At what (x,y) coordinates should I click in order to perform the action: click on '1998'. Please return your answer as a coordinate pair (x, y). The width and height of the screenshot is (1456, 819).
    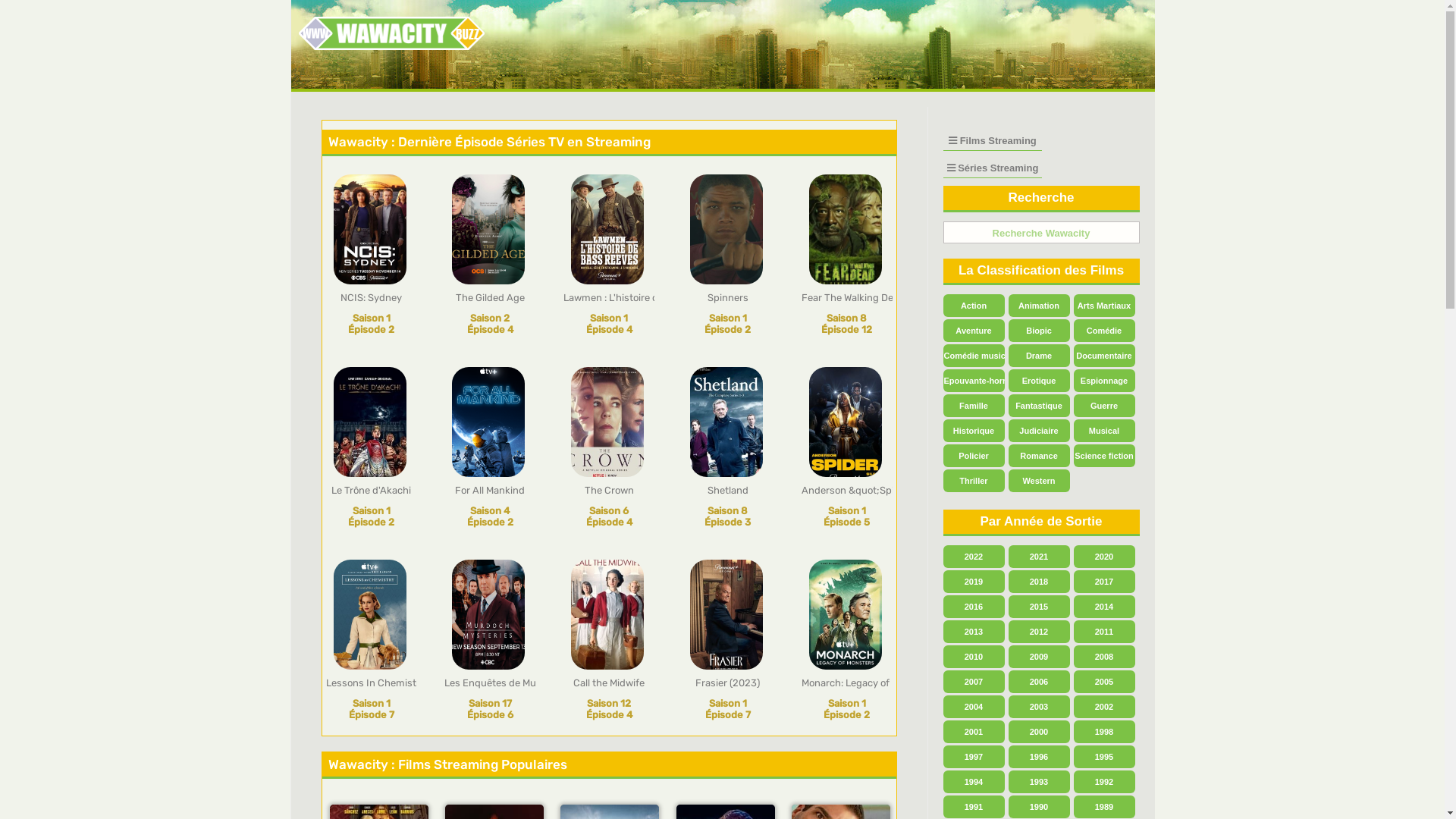
    Looking at the image, I should click on (1104, 730).